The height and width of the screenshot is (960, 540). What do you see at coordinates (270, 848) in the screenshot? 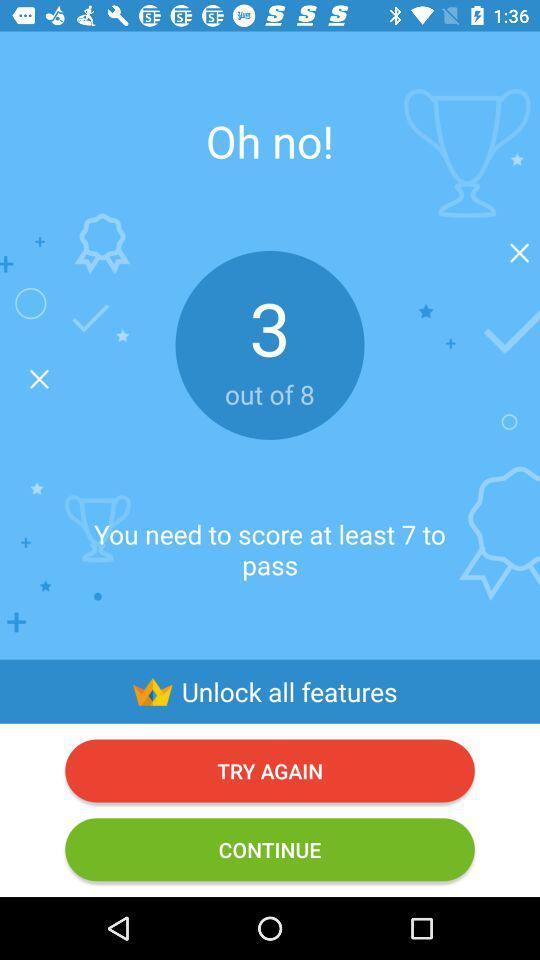
I see `the continue item` at bounding box center [270, 848].